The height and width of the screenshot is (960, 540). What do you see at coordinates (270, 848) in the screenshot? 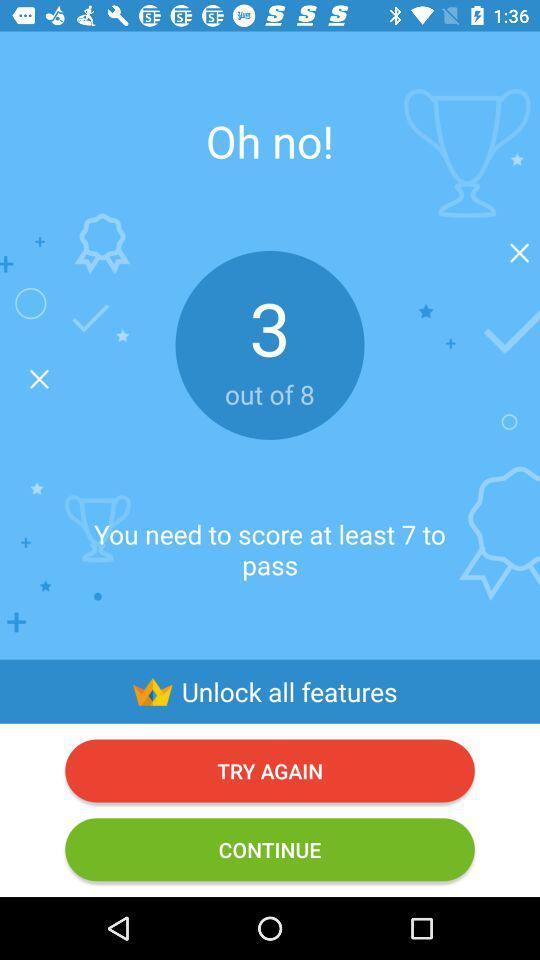
I see `the continue item` at bounding box center [270, 848].